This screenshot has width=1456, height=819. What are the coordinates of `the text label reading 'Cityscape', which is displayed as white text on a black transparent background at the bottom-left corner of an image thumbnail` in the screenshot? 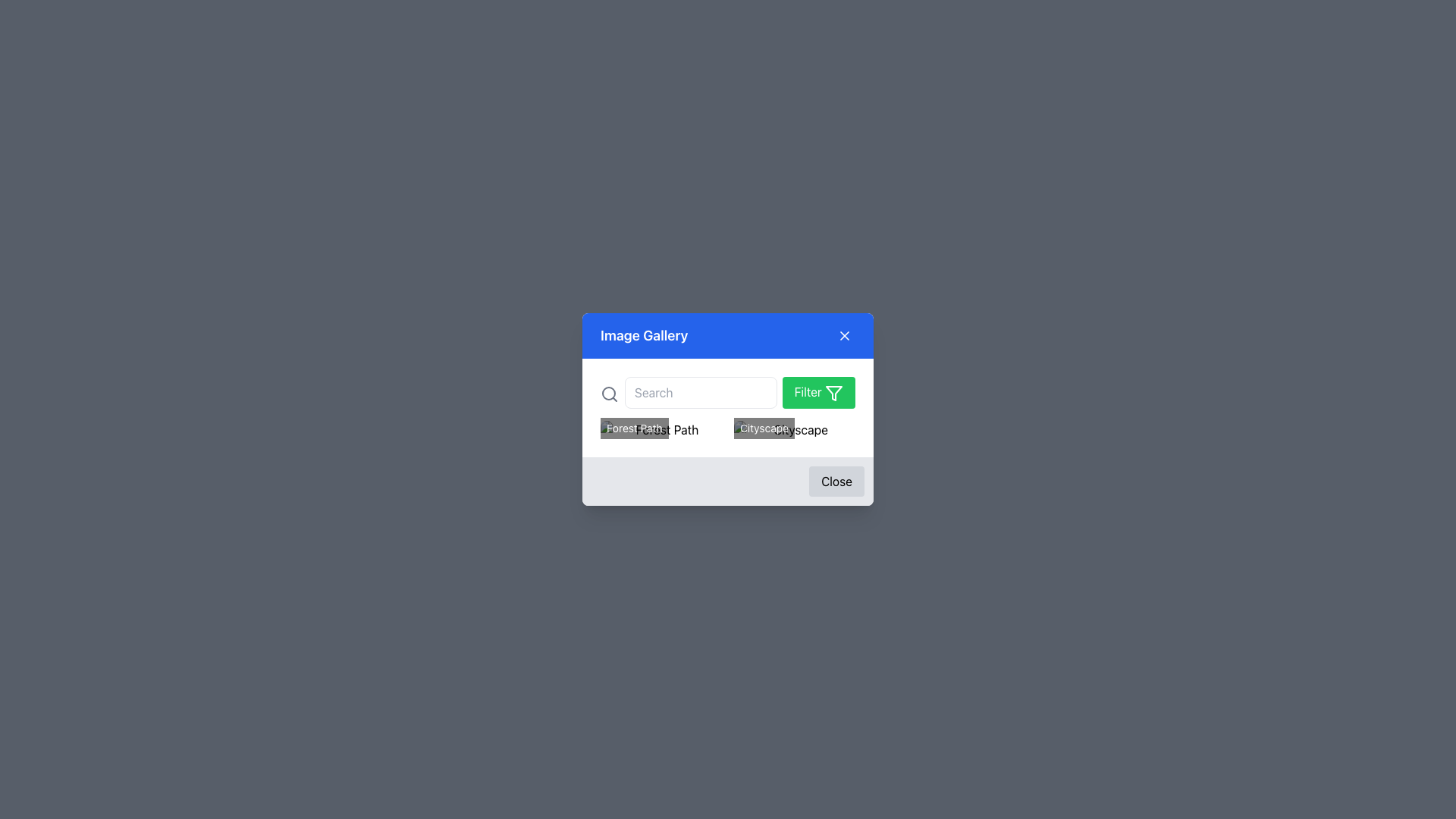 It's located at (764, 428).